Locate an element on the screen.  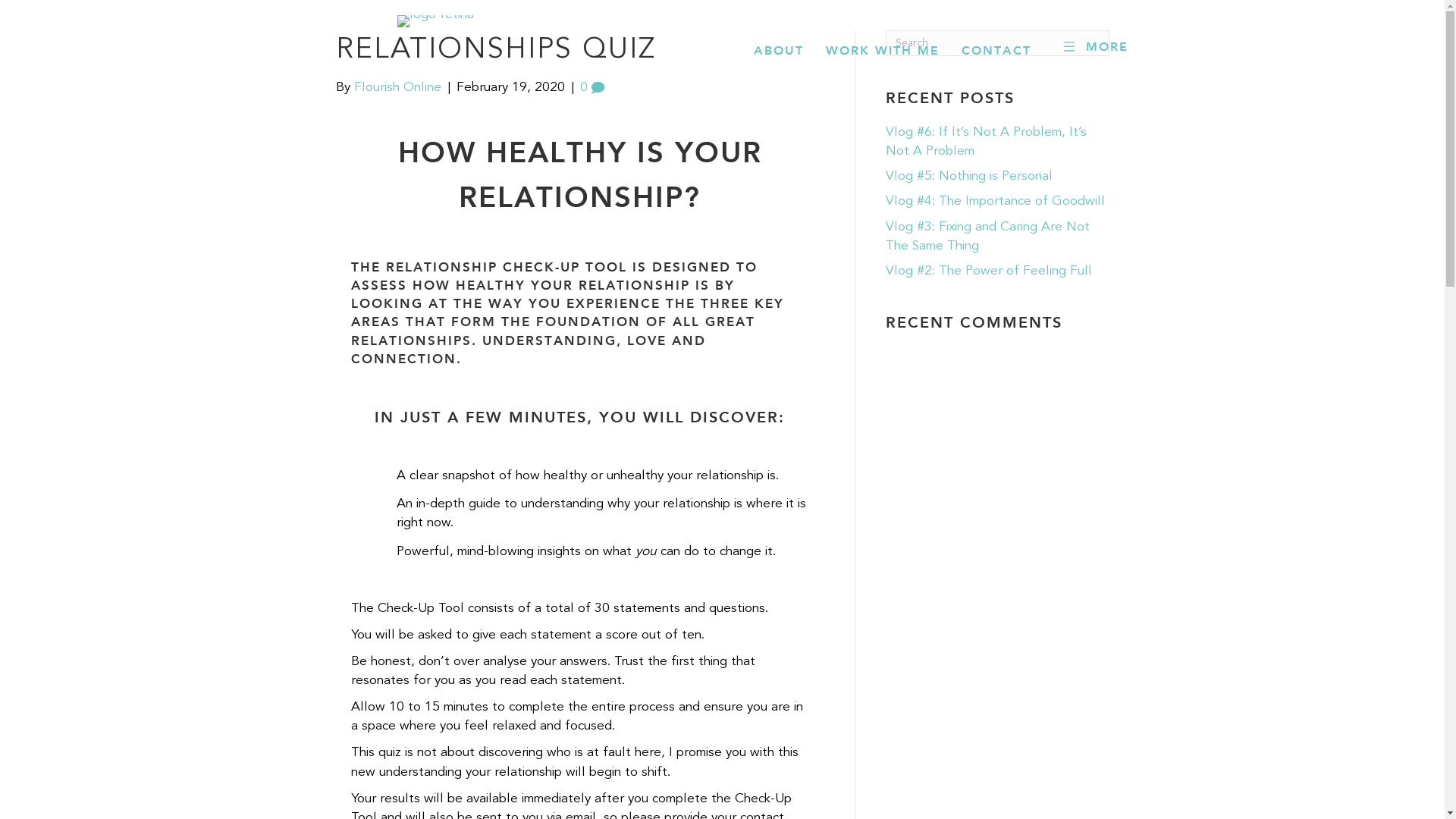
'Vlog #5: Nothing is Personal' is located at coordinates (885, 175).